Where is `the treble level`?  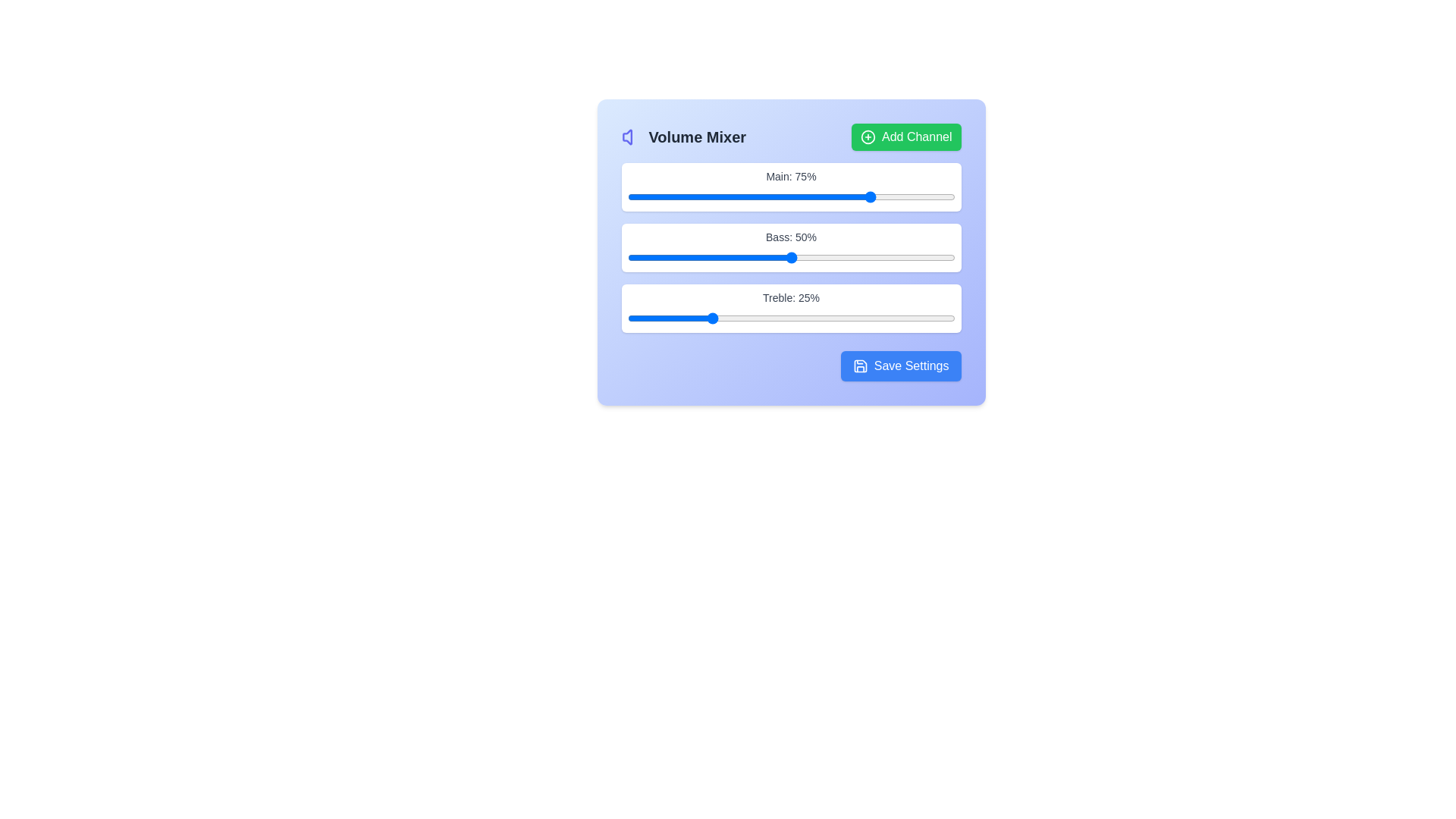 the treble level is located at coordinates (682, 318).